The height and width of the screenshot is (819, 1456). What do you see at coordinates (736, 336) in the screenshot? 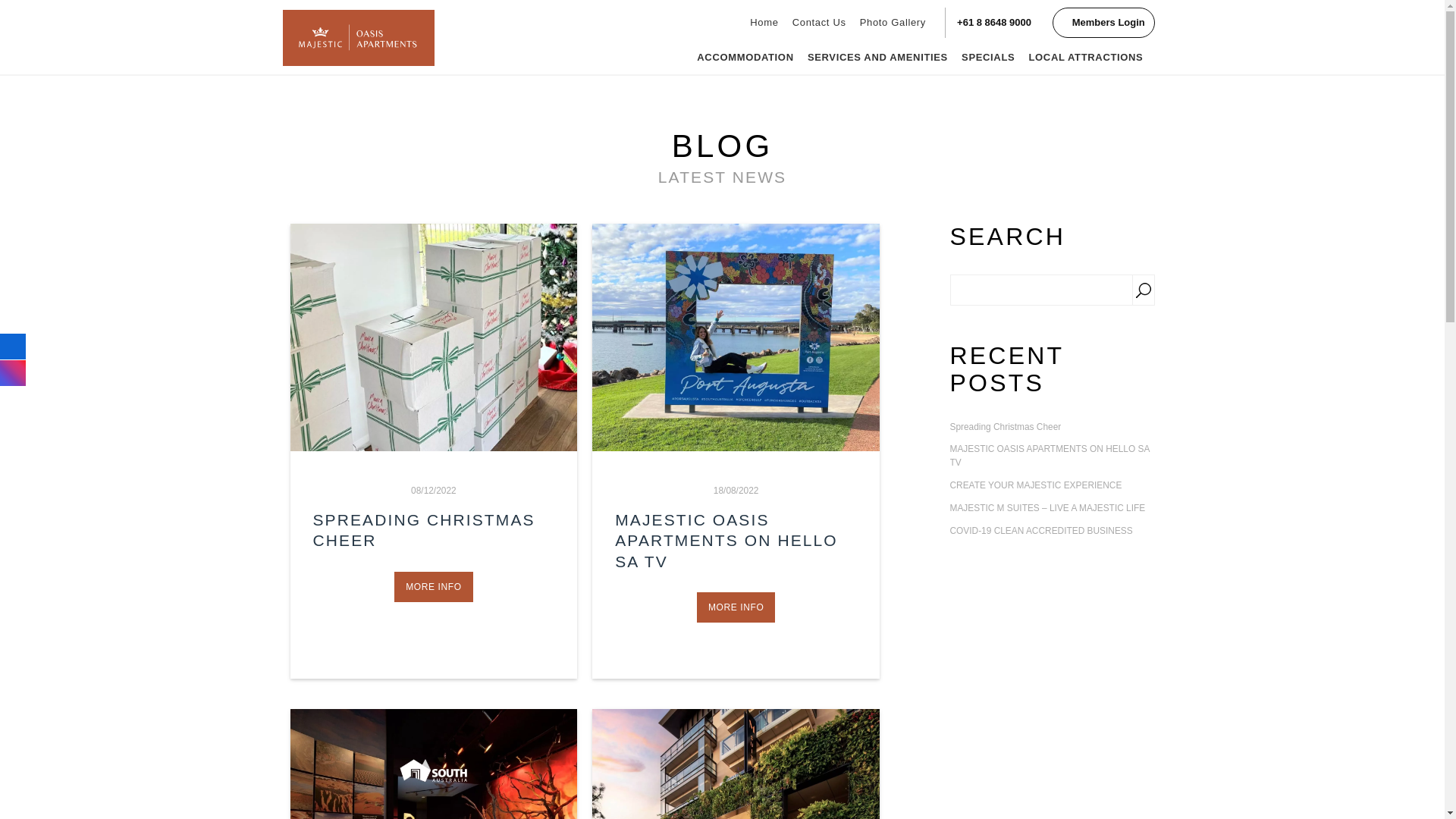
I see `' '` at bounding box center [736, 336].